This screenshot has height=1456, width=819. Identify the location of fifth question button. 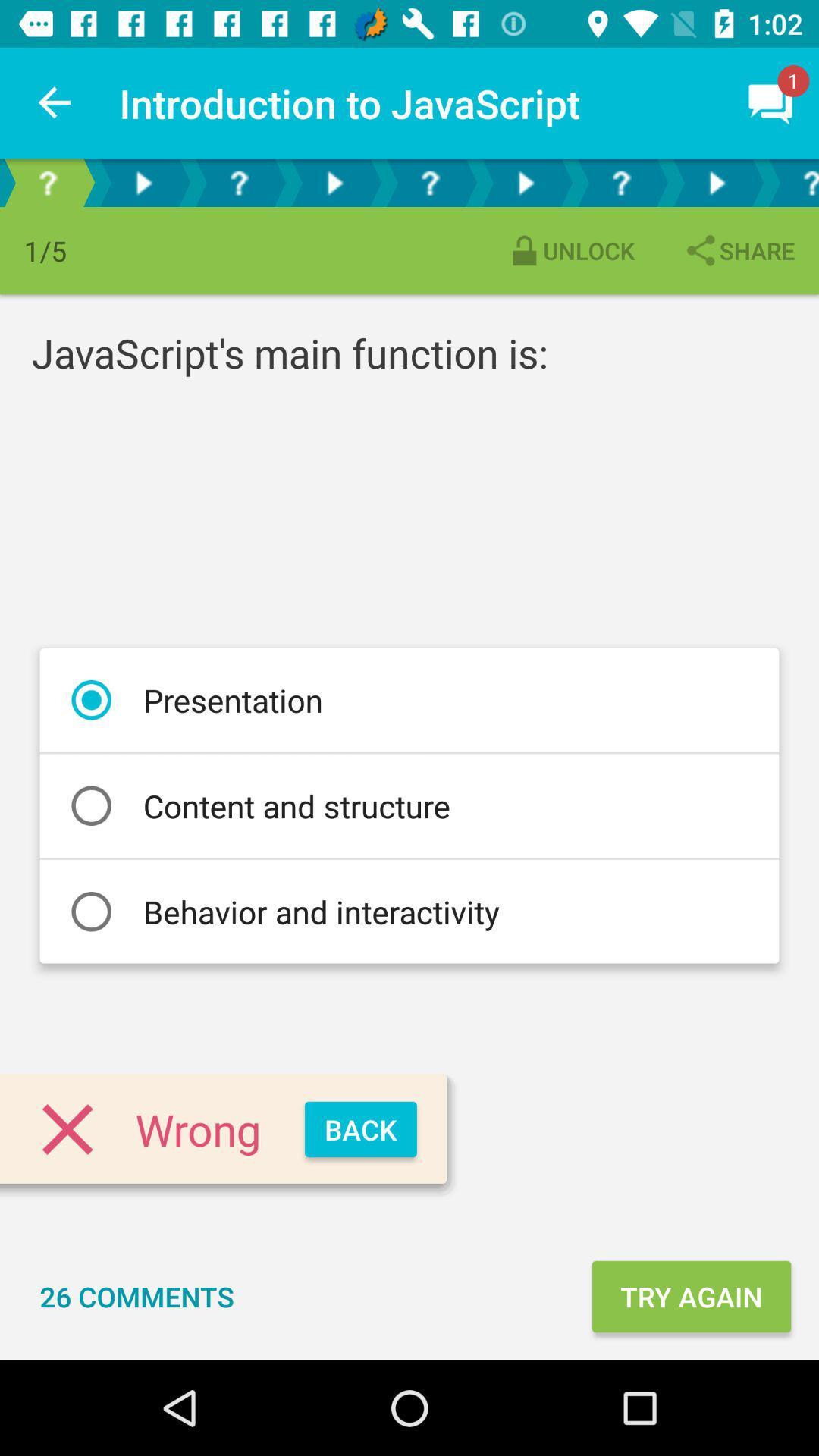
(791, 182).